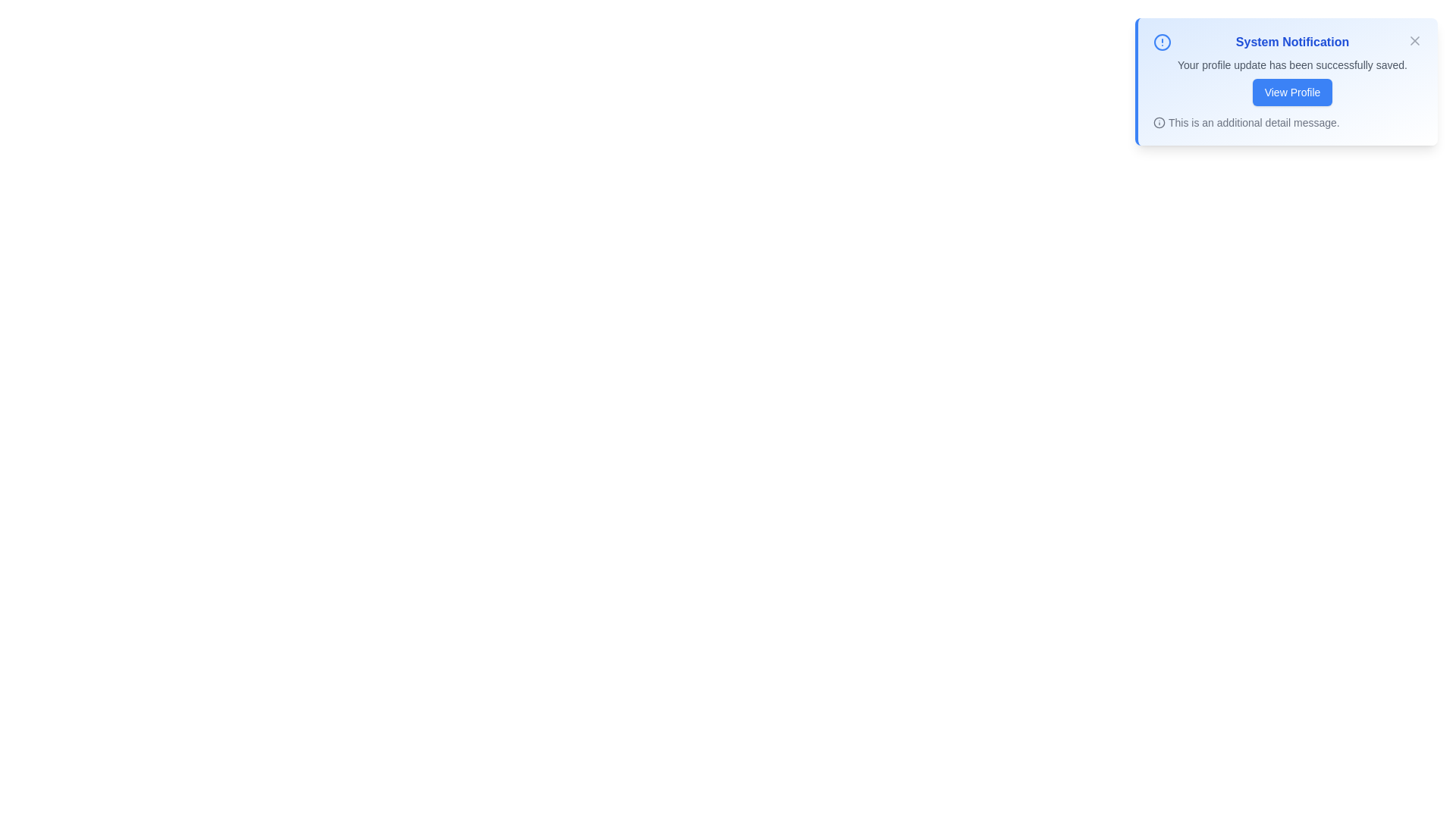 This screenshot has height=819, width=1456. I want to click on the close button to dismiss the notification, so click(1414, 40).